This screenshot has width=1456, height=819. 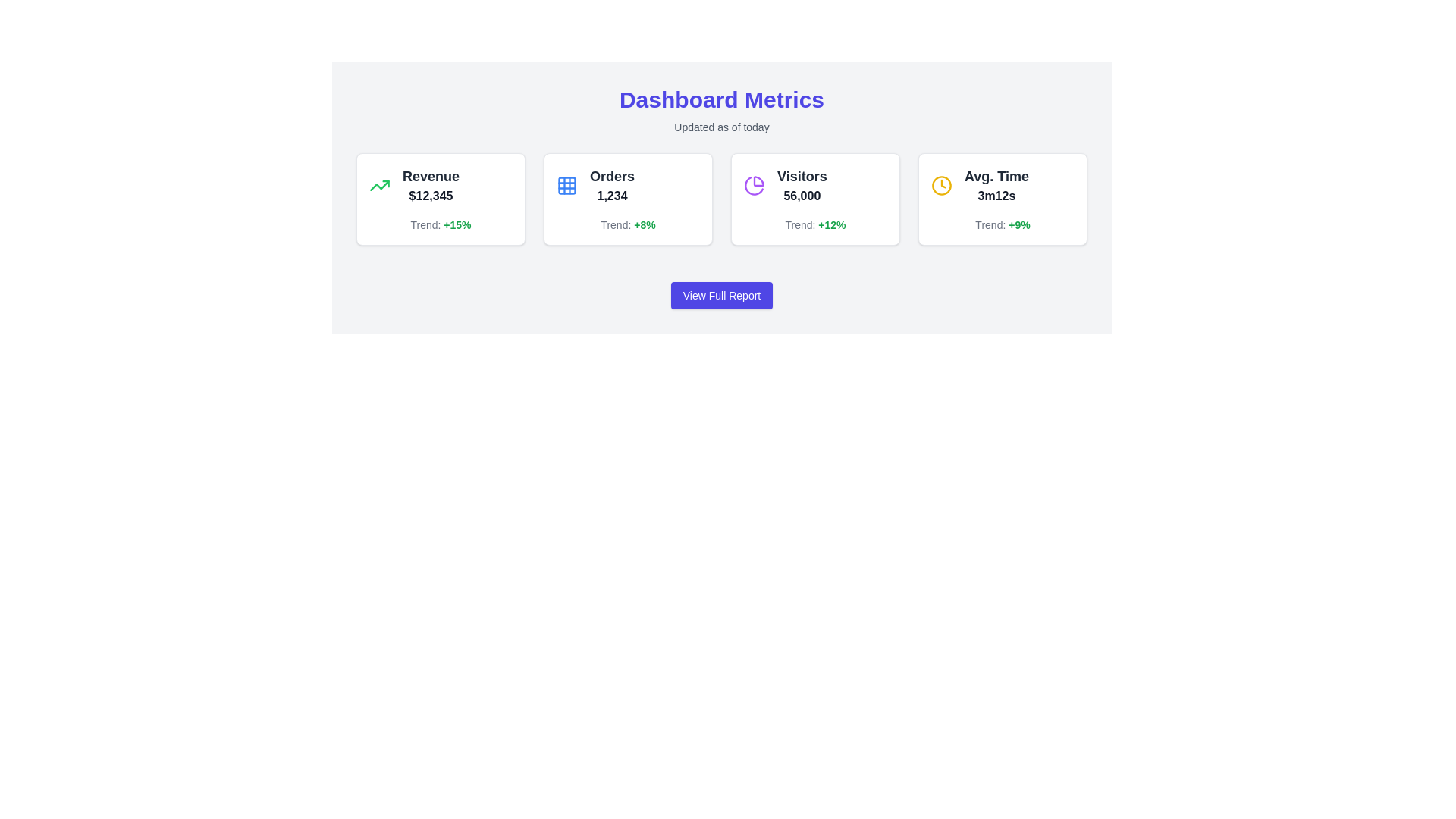 What do you see at coordinates (801, 195) in the screenshot?
I see `the numeric 'Visitors' count text label located within the third metric card from the left in the dashboard analytics summary` at bounding box center [801, 195].